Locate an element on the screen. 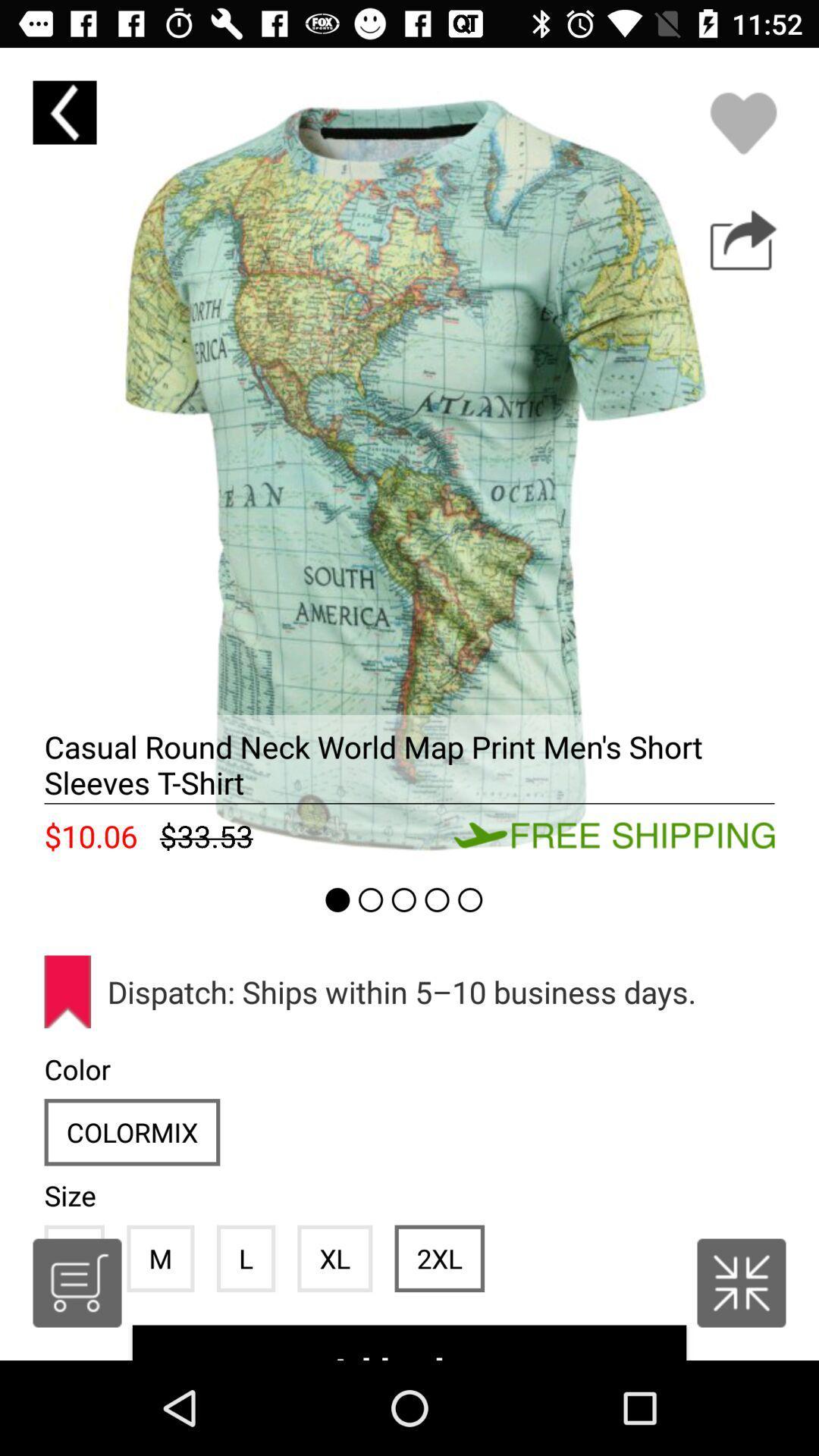 The width and height of the screenshot is (819, 1456). add to bag item is located at coordinates (409, 1342).